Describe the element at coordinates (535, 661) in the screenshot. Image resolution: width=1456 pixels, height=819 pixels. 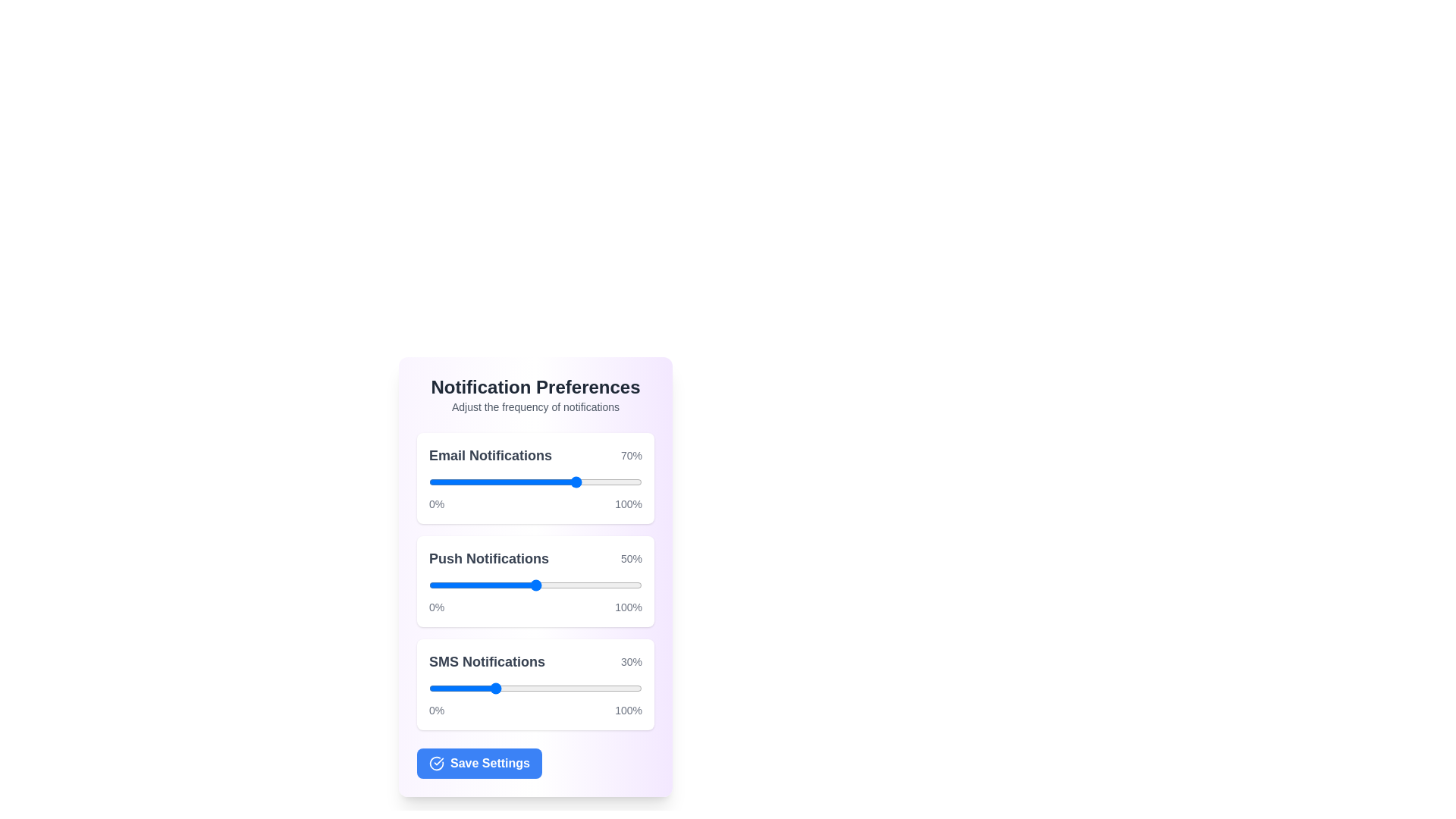
I see `the 'SMS Notifications' label with the percentage value '30%' within the 'Notification Preferences' card, which is the third option below 'Push Notifications'` at that location.